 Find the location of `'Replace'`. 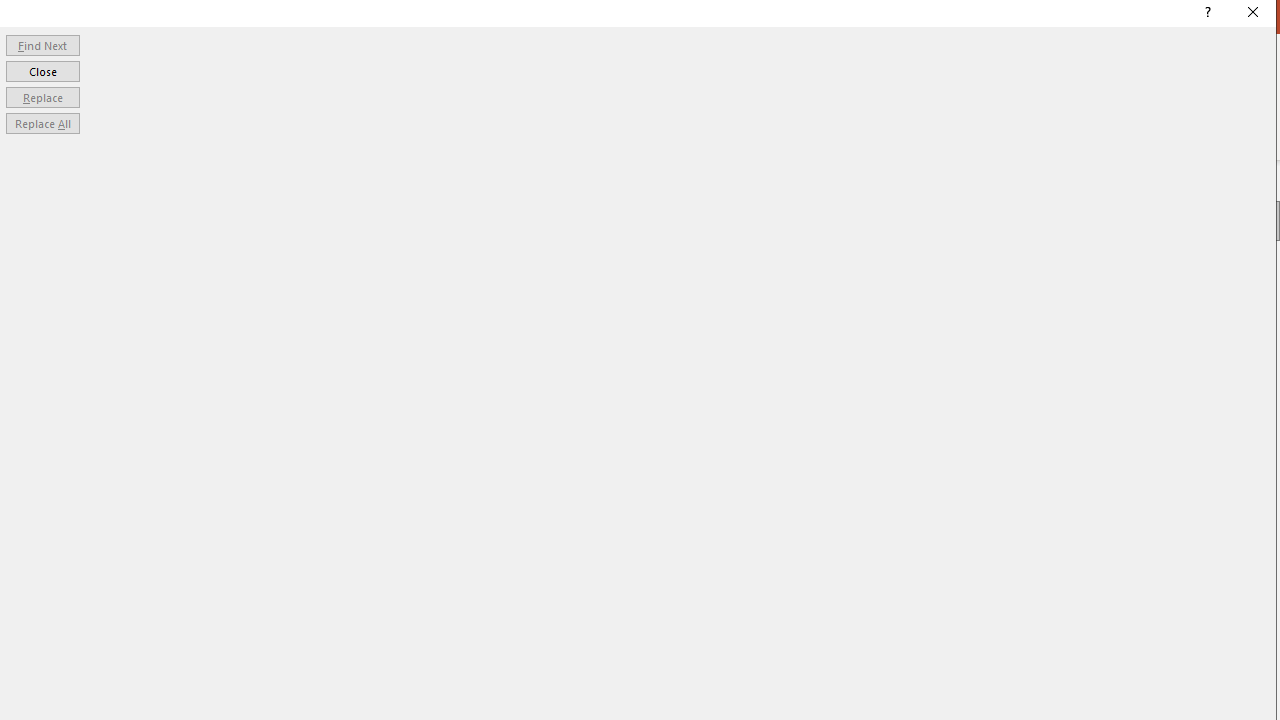

'Replace' is located at coordinates (42, 97).